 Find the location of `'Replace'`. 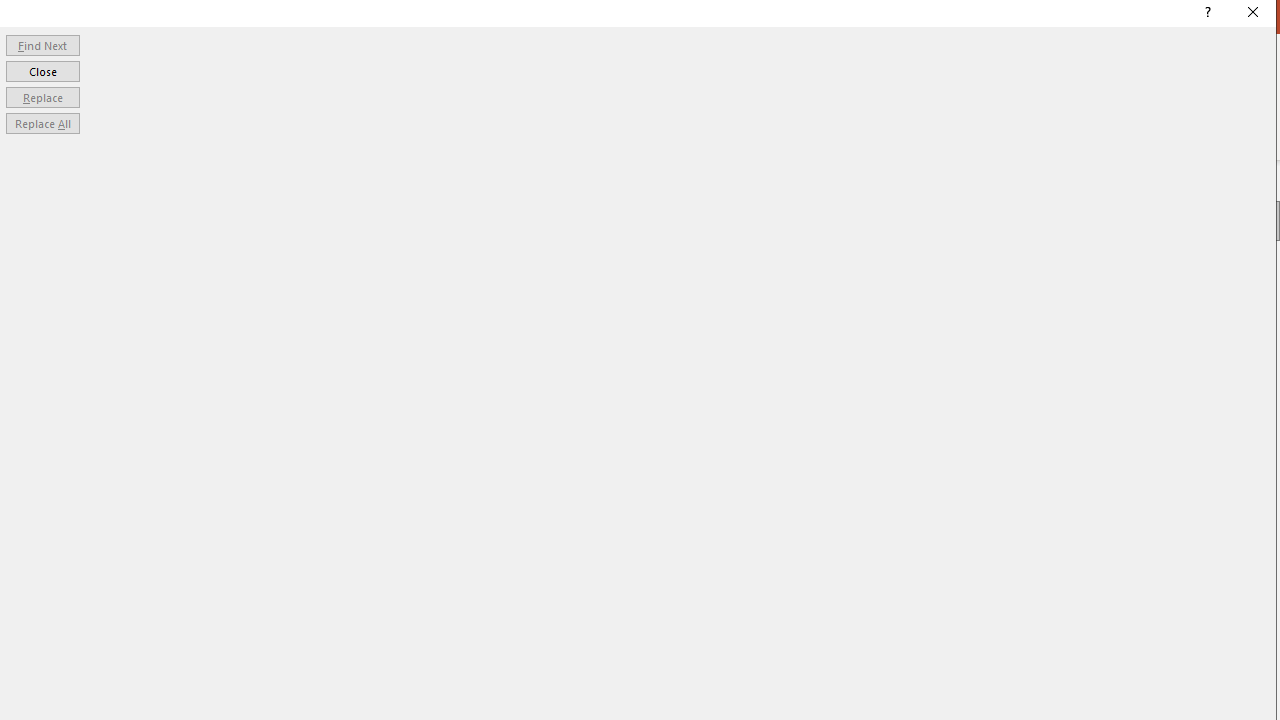

'Replace' is located at coordinates (42, 97).